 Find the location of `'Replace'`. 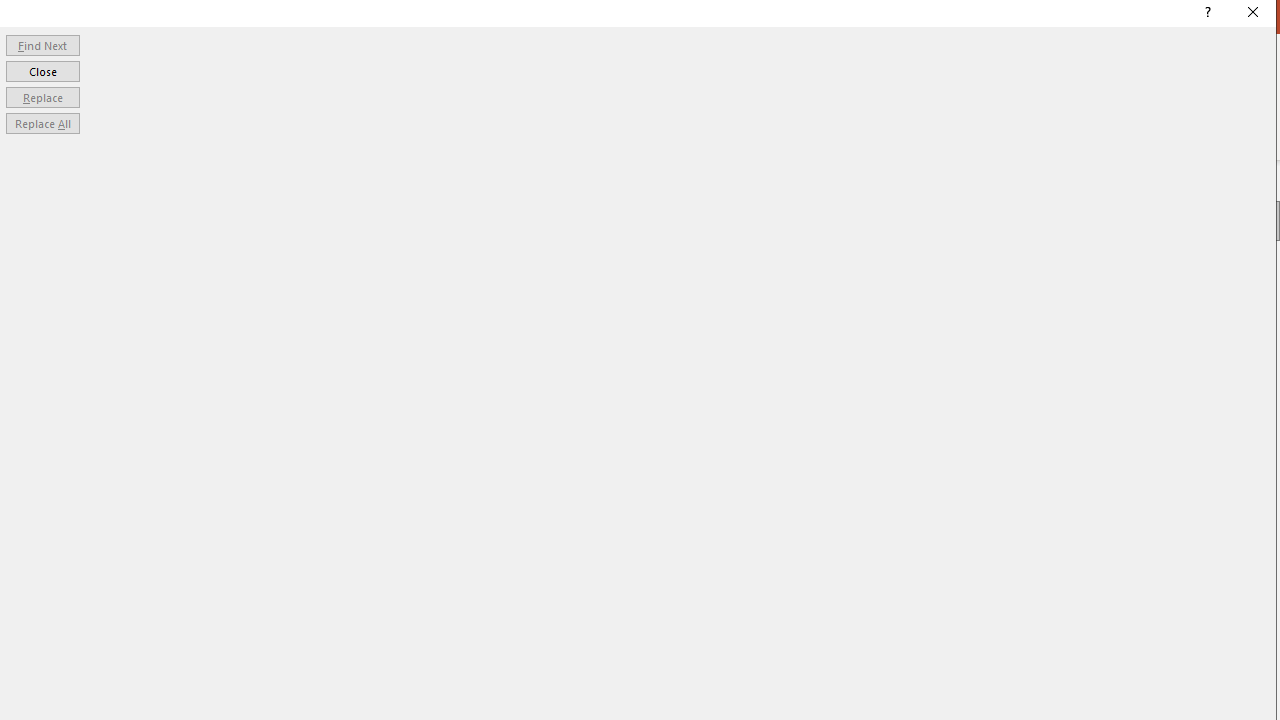

'Replace' is located at coordinates (42, 97).